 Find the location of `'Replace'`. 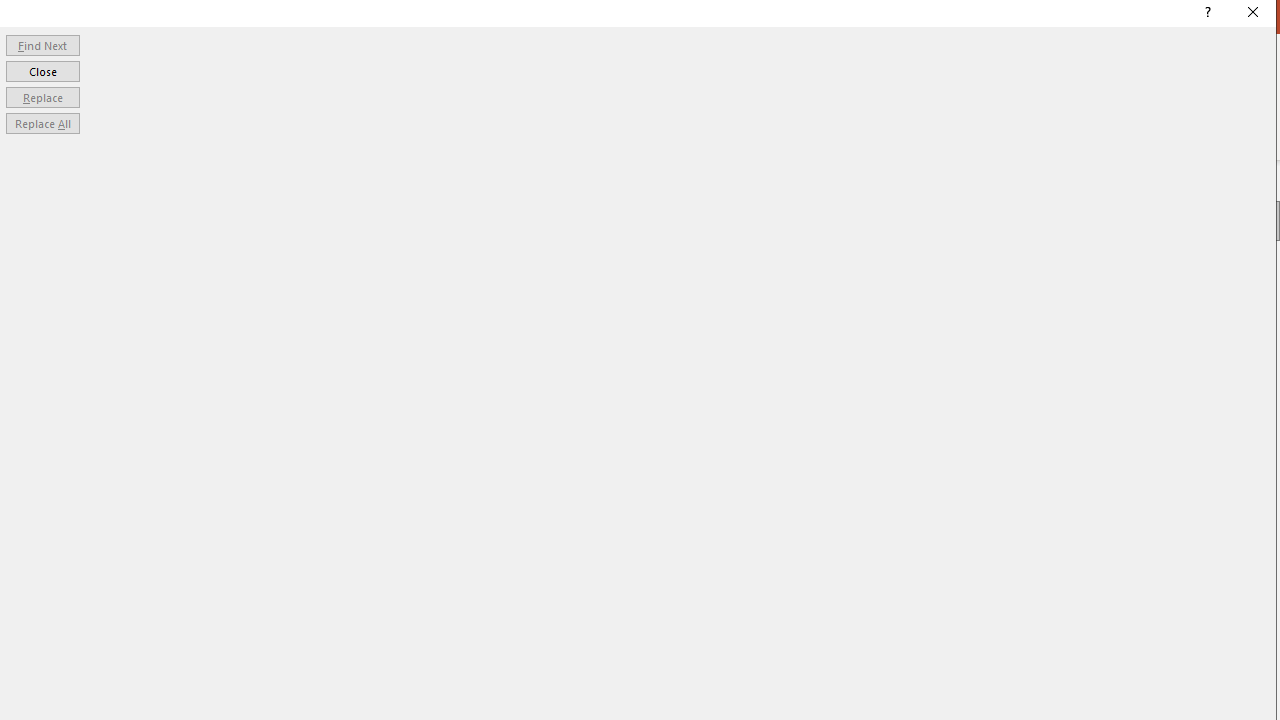

'Replace' is located at coordinates (42, 97).